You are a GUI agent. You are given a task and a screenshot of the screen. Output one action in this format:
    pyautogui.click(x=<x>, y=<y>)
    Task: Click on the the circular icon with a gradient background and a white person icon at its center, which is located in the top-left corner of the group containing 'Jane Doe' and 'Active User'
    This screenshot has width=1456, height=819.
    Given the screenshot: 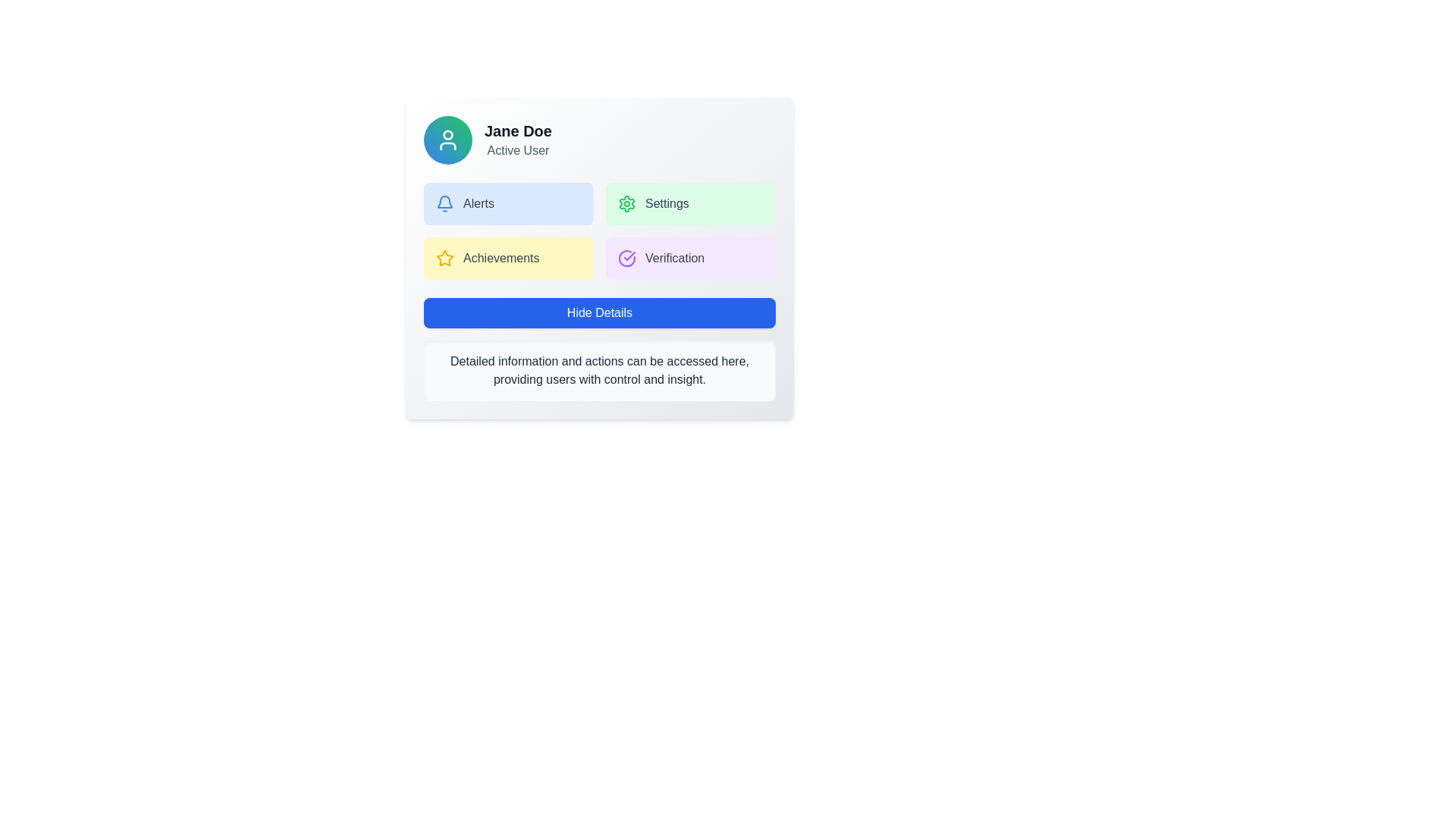 What is the action you would take?
    pyautogui.click(x=447, y=140)
    